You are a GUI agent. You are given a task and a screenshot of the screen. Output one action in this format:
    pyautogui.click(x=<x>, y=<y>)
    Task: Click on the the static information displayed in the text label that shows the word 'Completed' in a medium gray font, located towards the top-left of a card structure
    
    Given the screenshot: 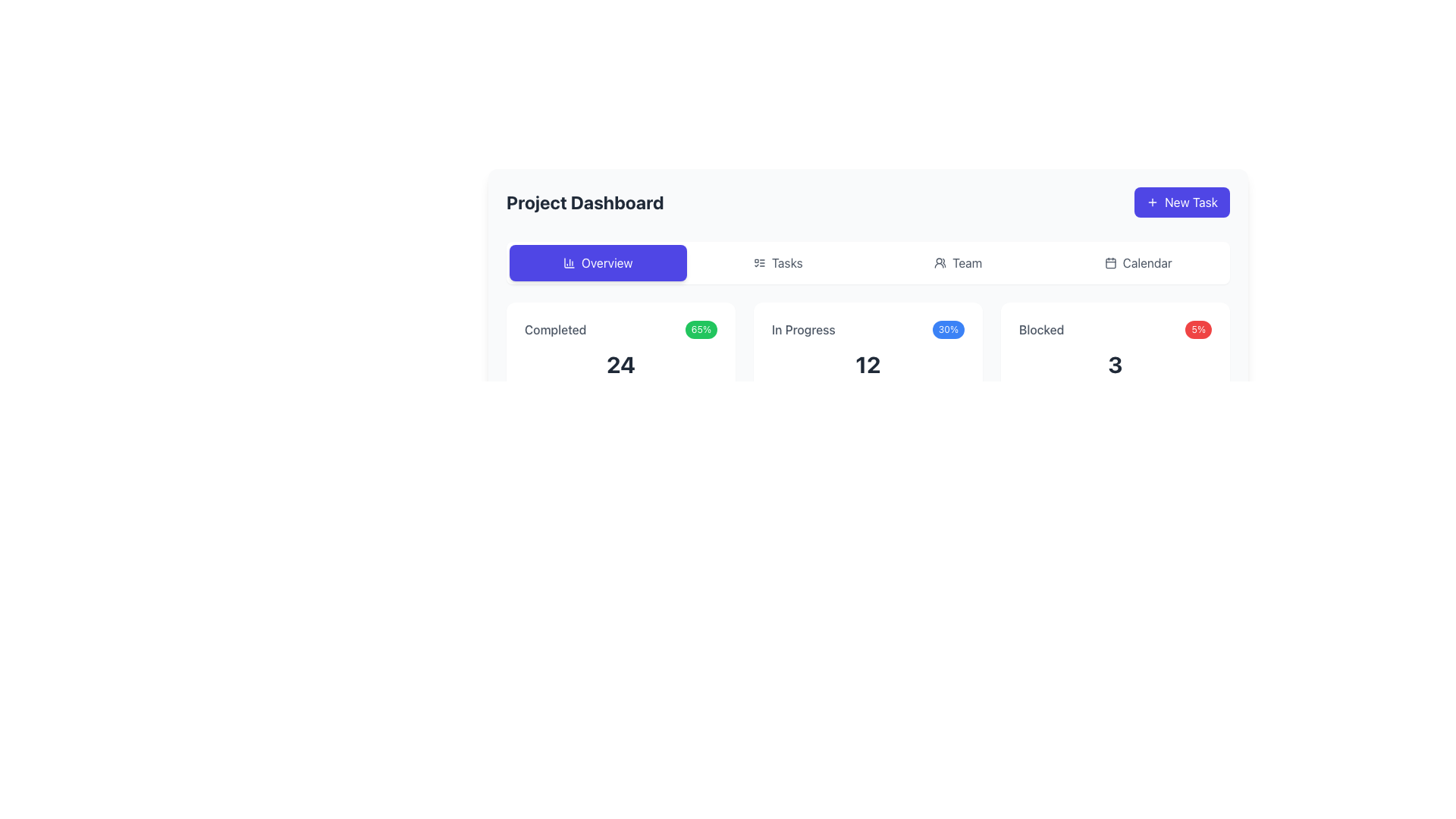 What is the action you would take?
    pyautogui.click(x=554, y=329)
    